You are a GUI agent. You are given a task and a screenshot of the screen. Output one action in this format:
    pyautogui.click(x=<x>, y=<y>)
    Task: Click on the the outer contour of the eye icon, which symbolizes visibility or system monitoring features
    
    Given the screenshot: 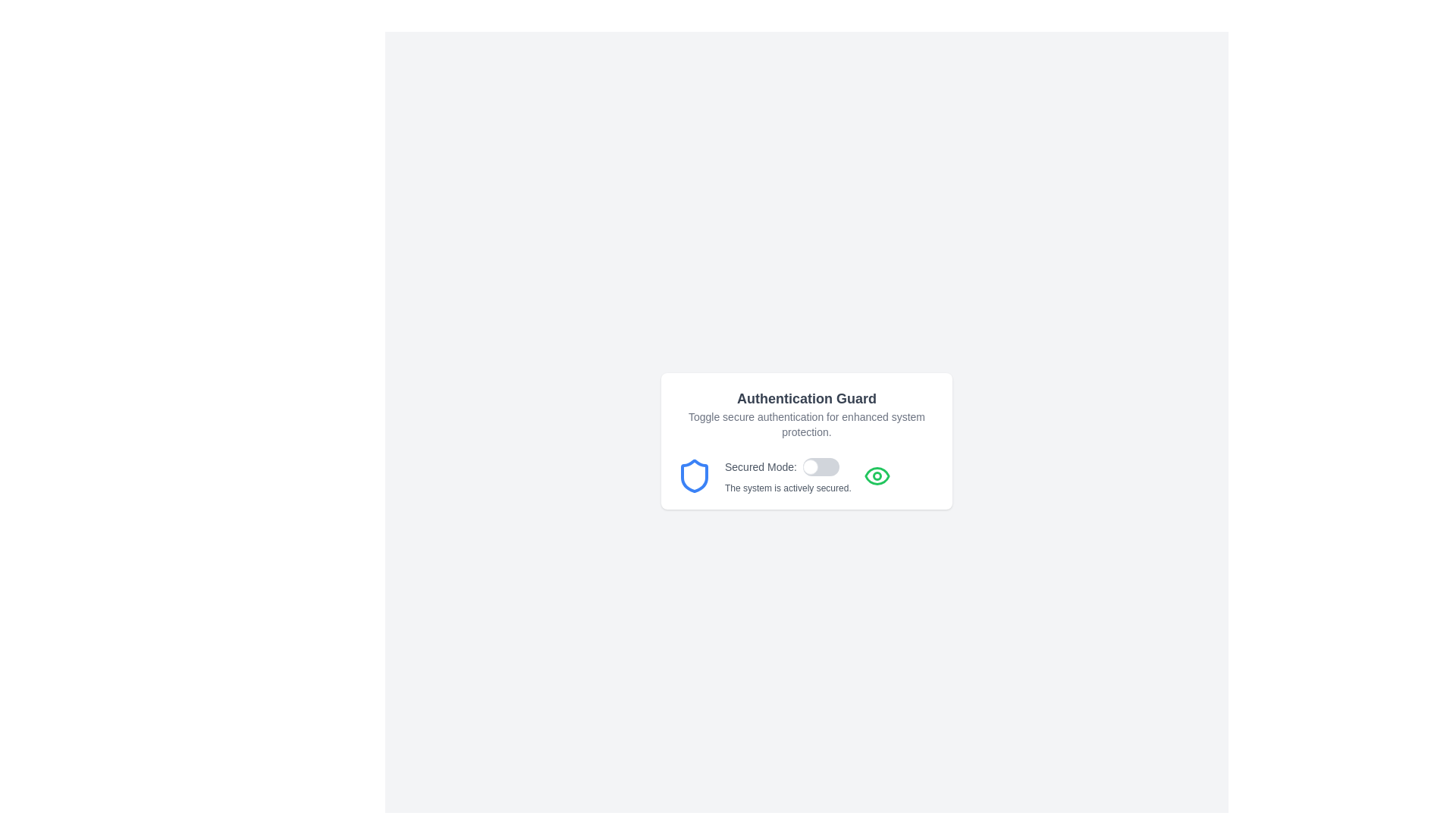 What is the action you would take?
    pyautogui.click(x=877, y=475)
    